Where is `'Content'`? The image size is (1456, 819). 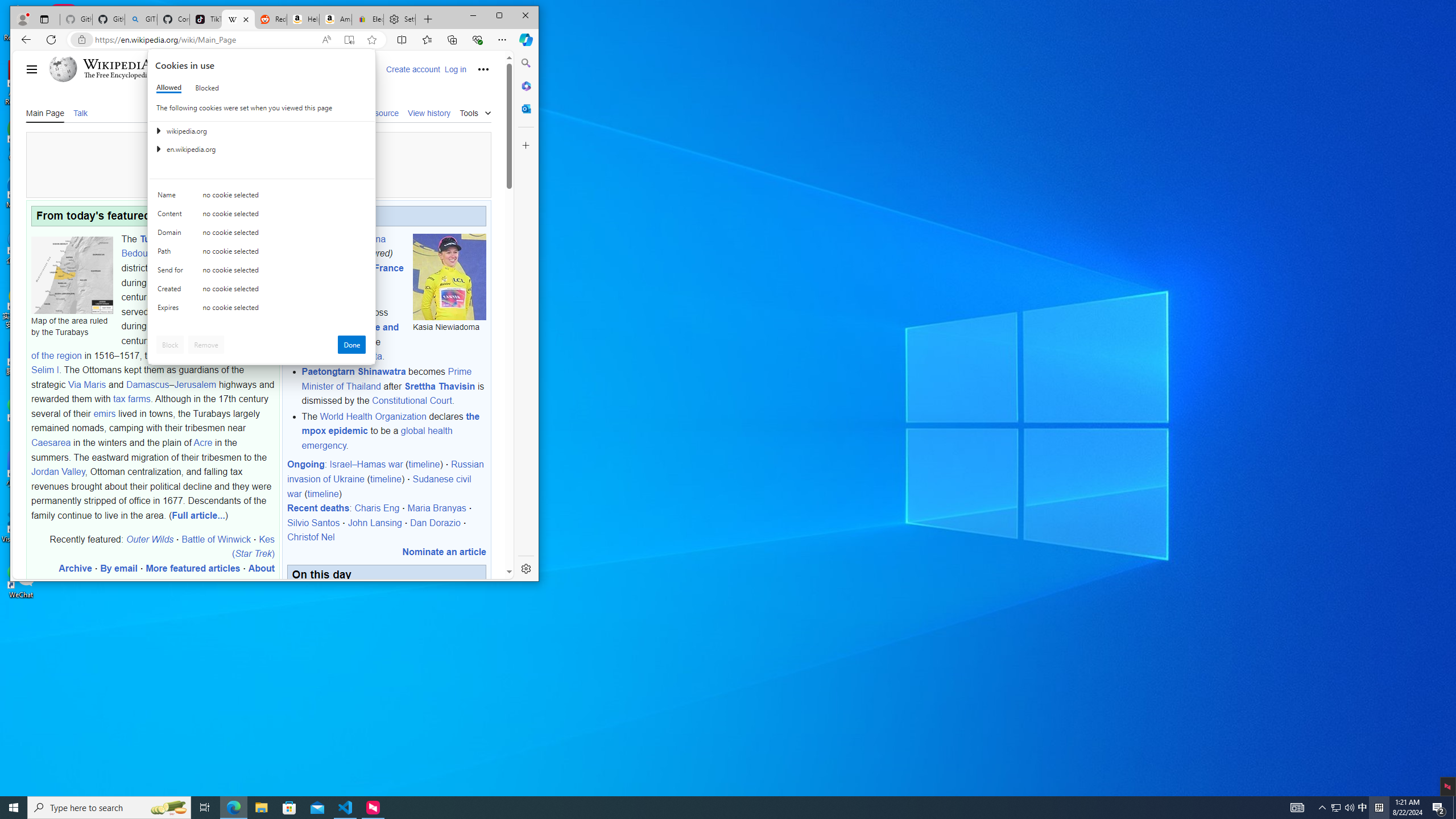
'Content' is located at coordinates (172, 216).